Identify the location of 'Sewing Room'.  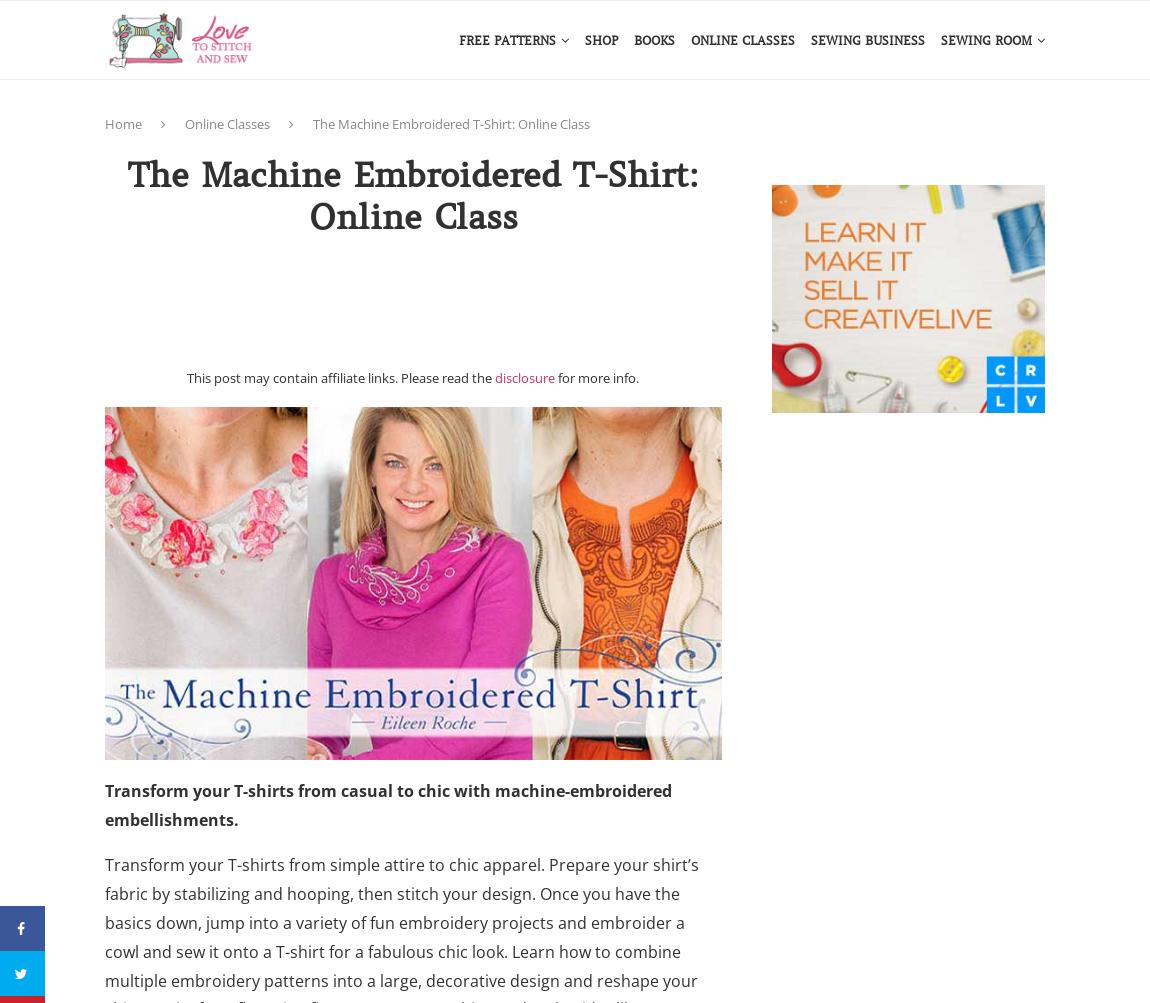
(986, 40).